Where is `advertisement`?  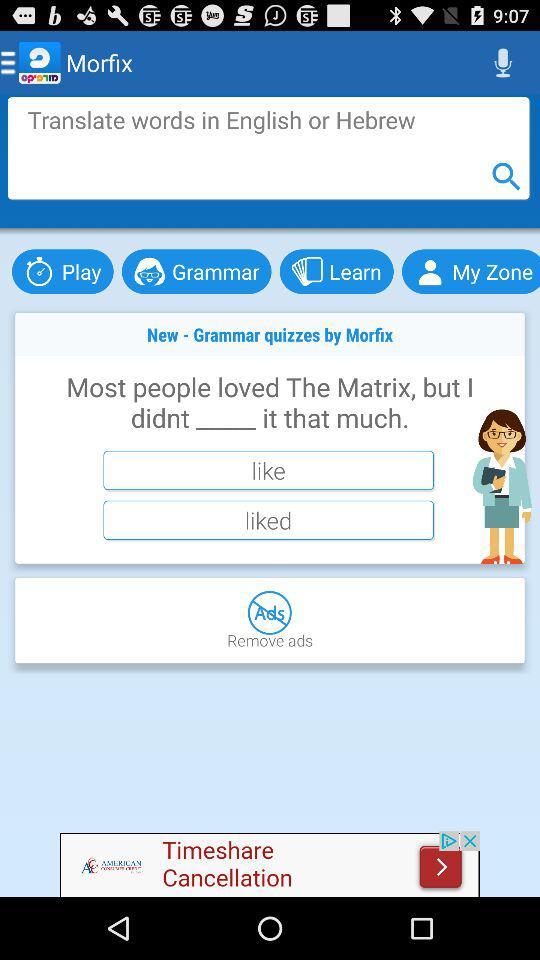 advertisement is located at coordinates (270, 863).